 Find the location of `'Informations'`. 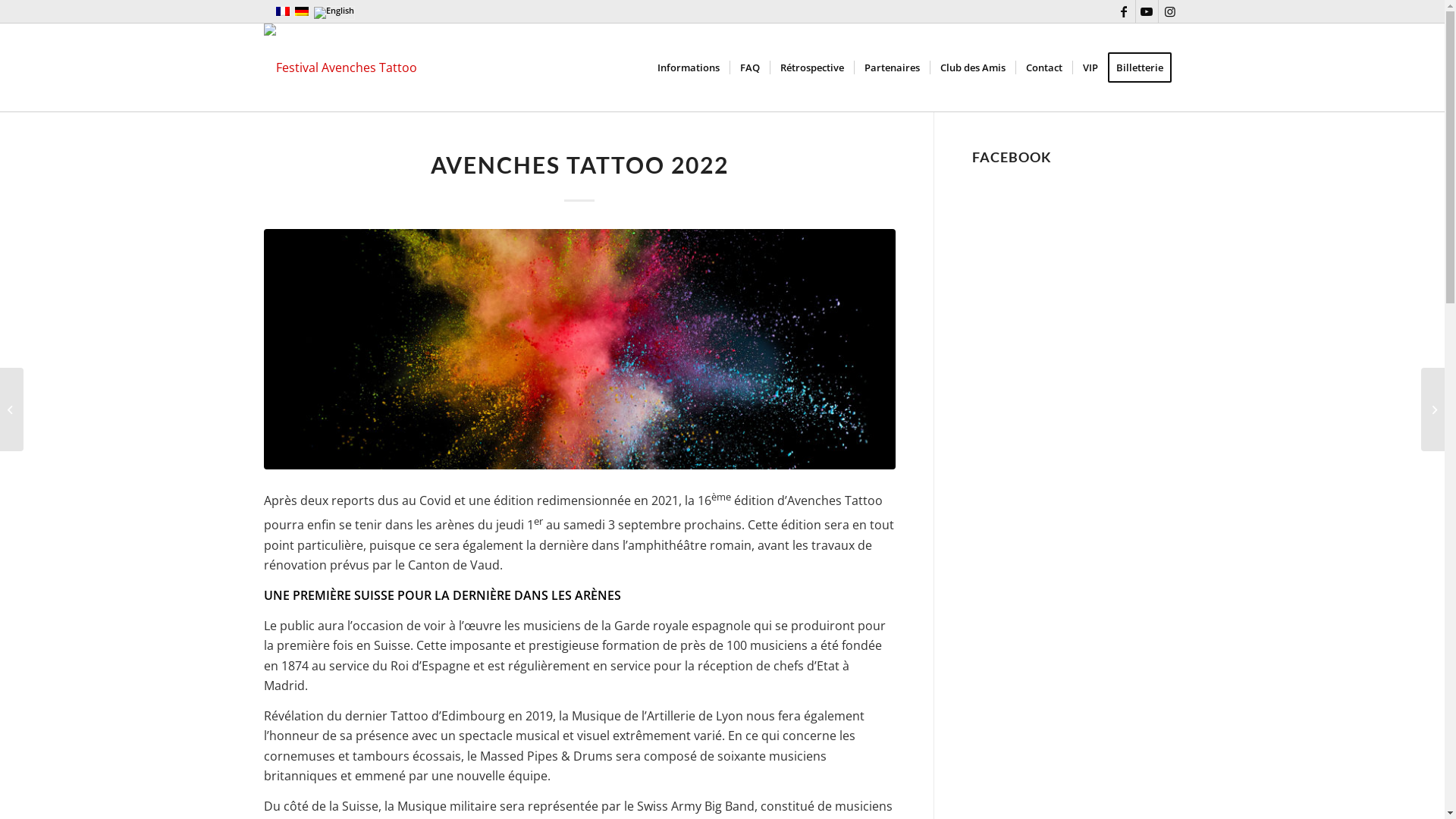

'Informations' is located at coordinates (687, 66).